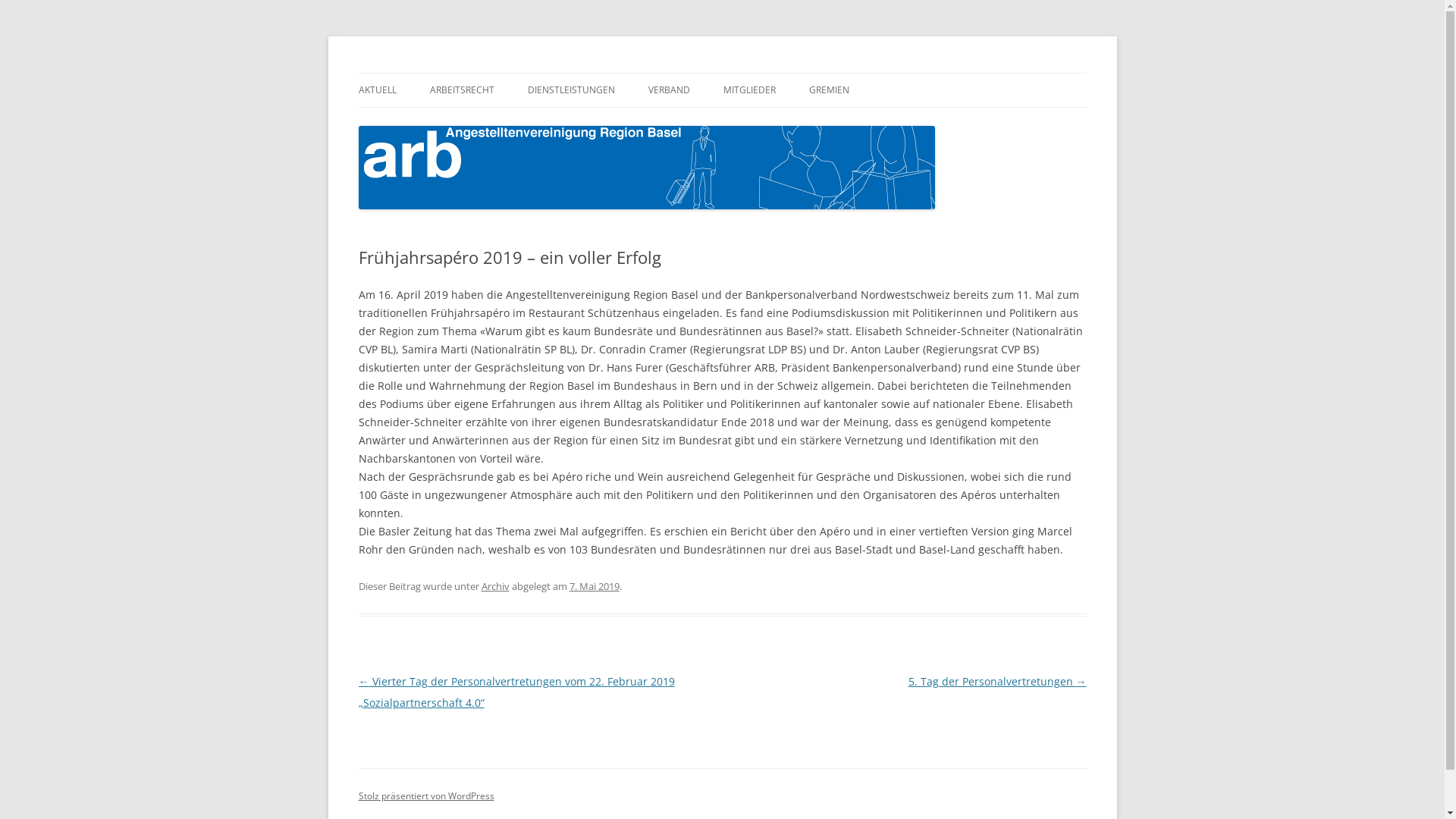  I want to click on '7. Mai 2019', so click(592, 585).